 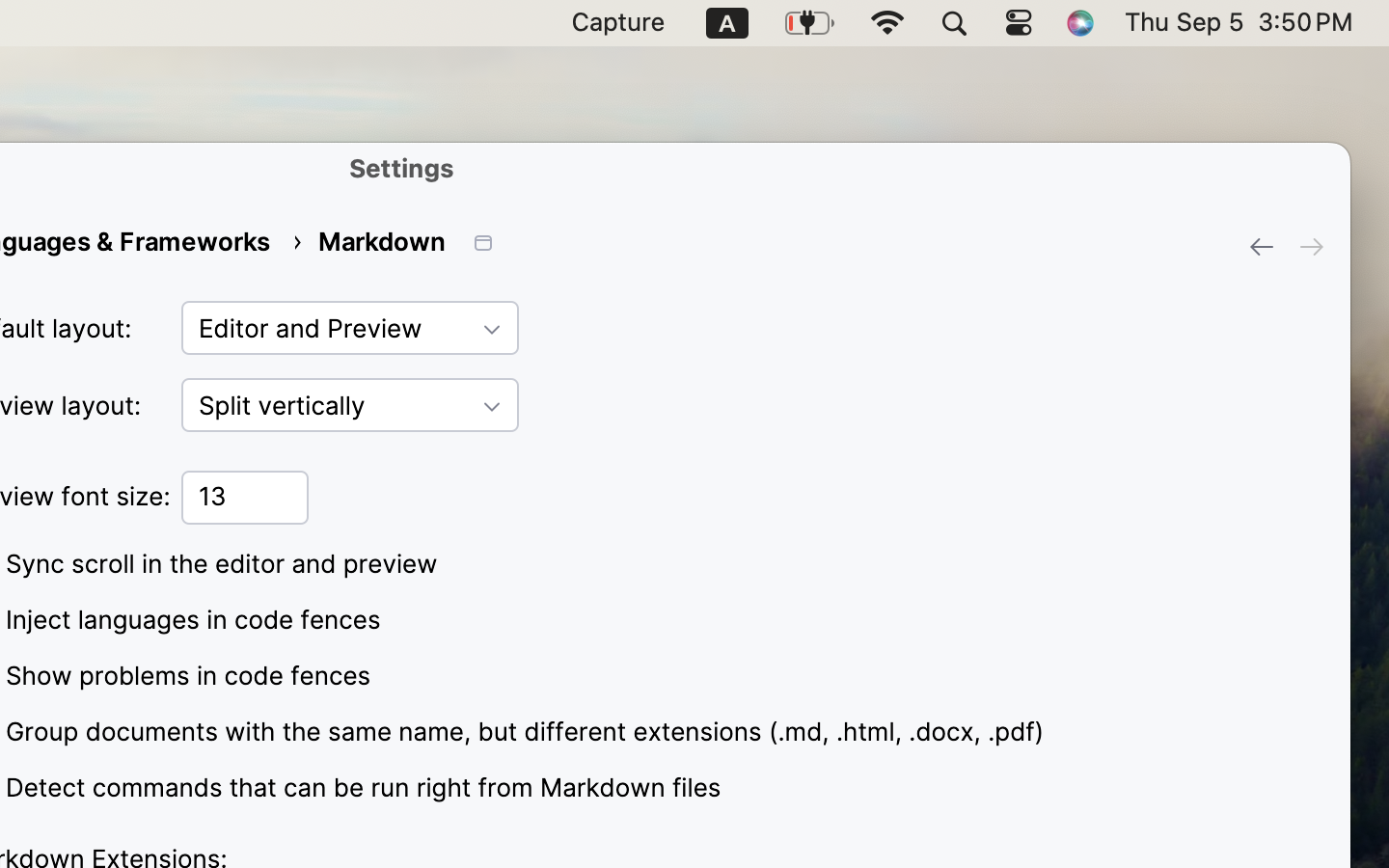 I want to click on 'Split vertically', so click(x=349, y=405).